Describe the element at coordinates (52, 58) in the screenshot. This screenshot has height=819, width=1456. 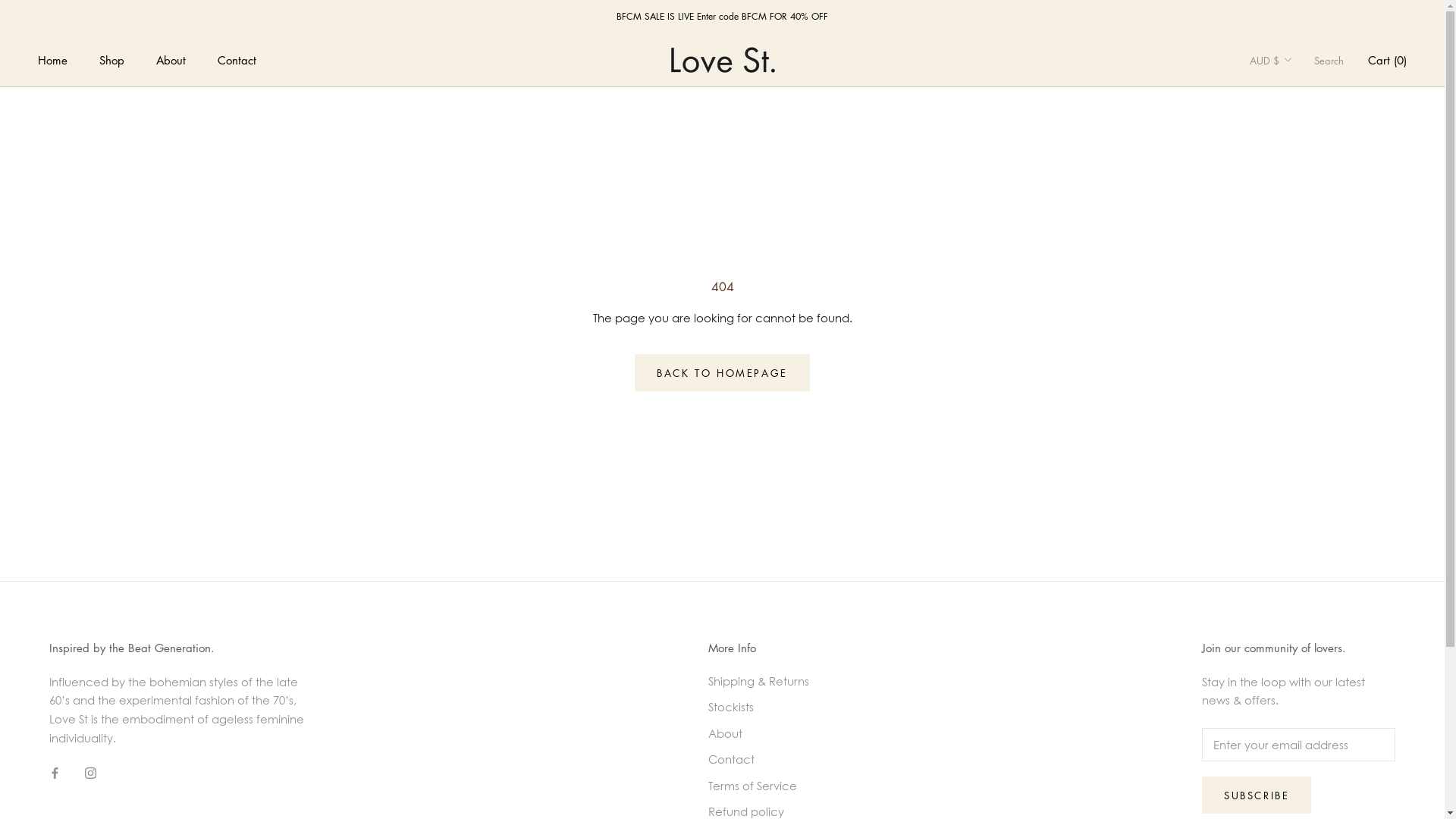
I see `'Home` at that location.